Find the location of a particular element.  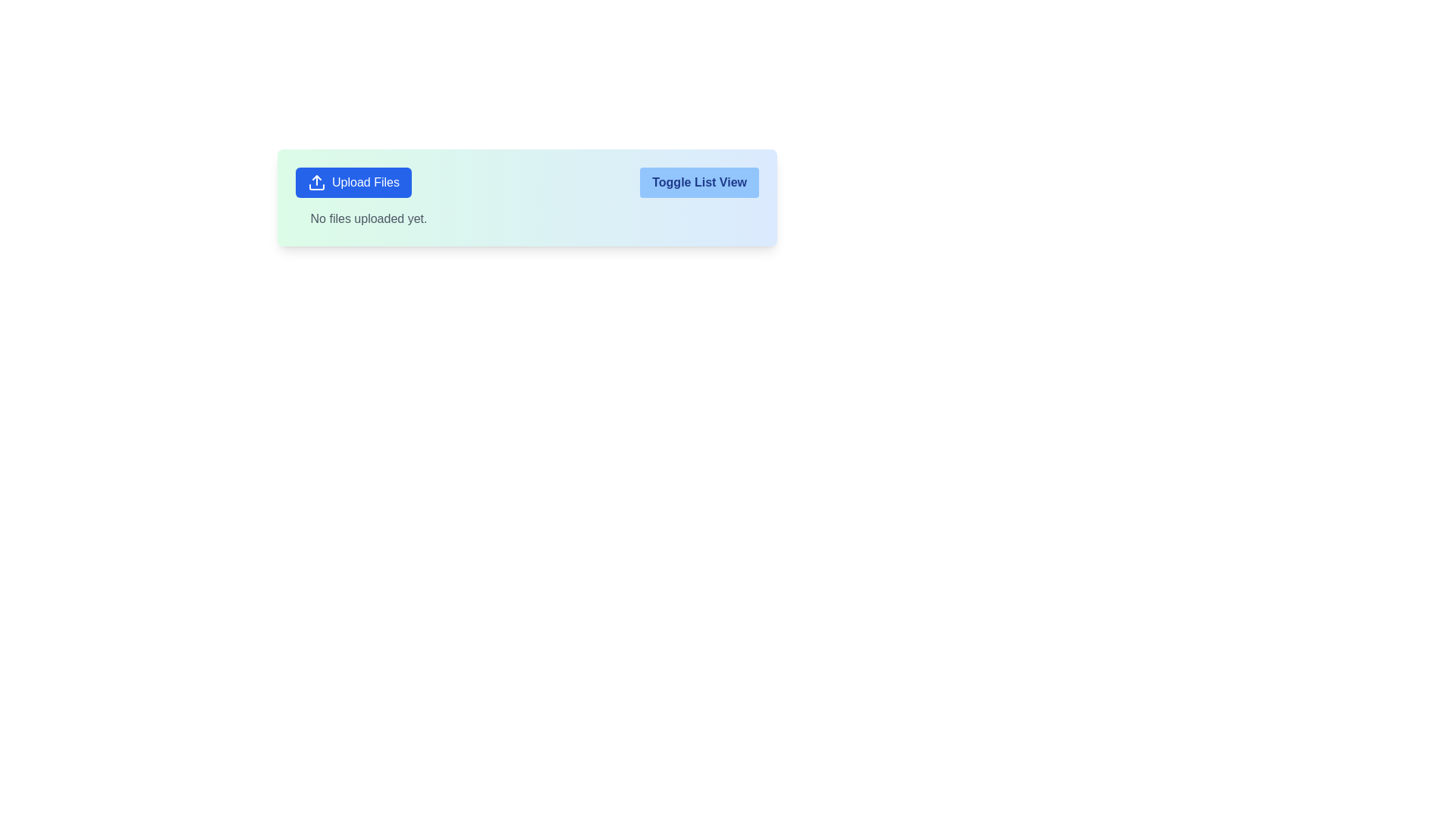

the upload icon located on the leftmost side of the 'Upload Files' button within the upper-left area of a card component is located at coordinates (315, 181).